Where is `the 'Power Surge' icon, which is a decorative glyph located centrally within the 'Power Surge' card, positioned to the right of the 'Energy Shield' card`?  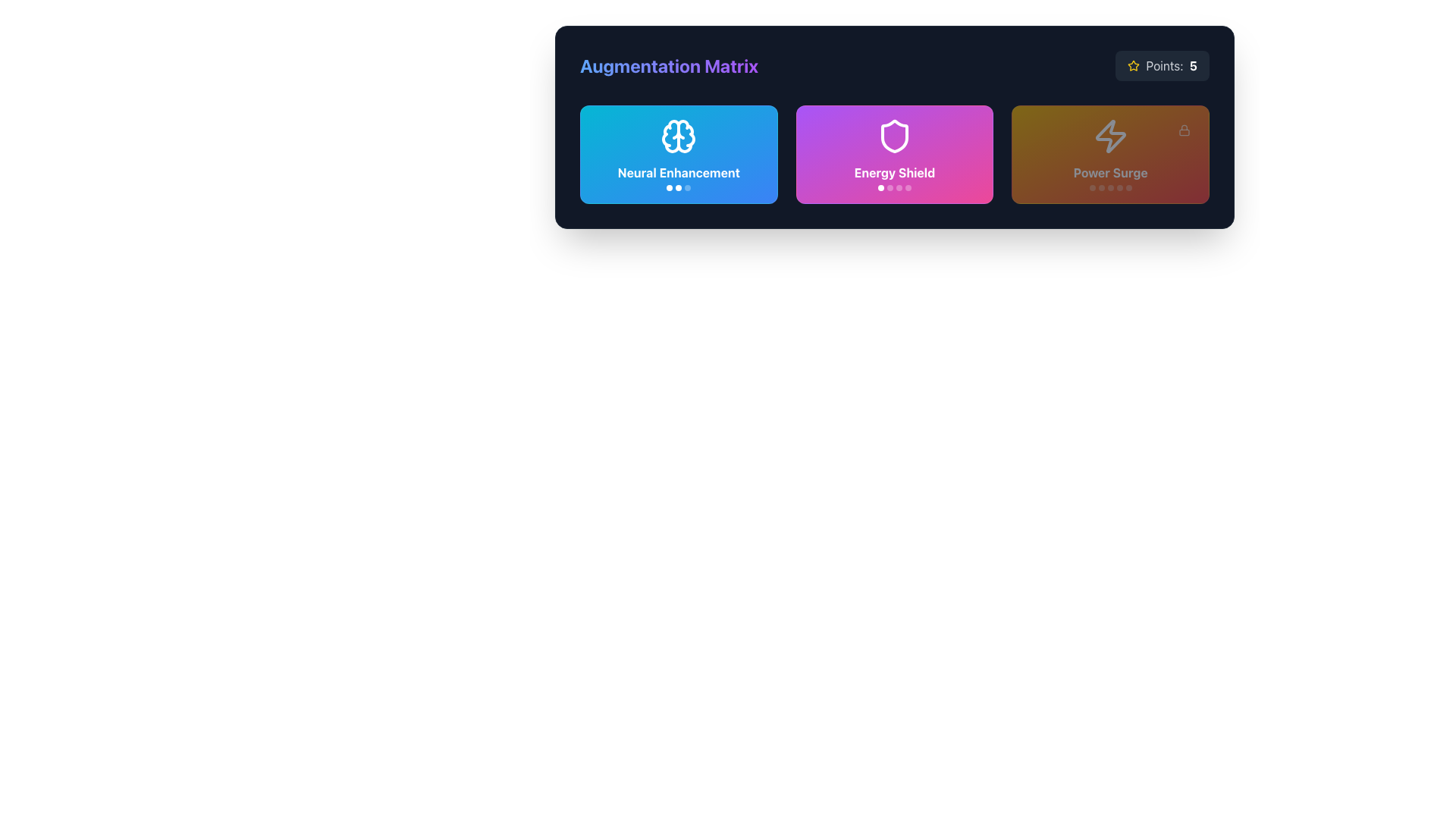
the 'Power Surge' icon, which is a decorative glyph located centrally within the 'Power Surge' card, positioned to the right of the 'Energy Shield' card is located at coordinates (1110, 136).